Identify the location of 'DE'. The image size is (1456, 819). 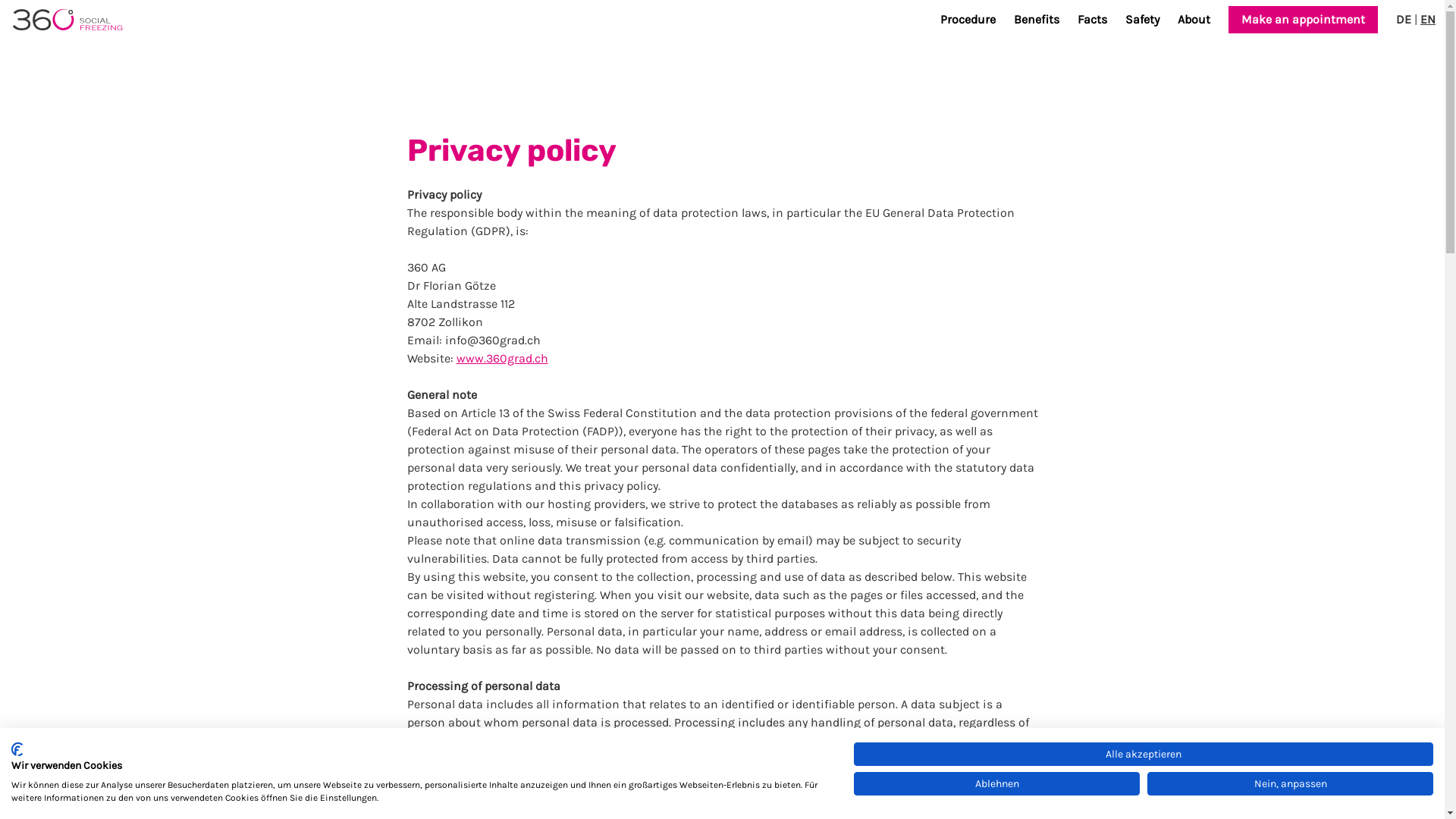
(1403, 20).